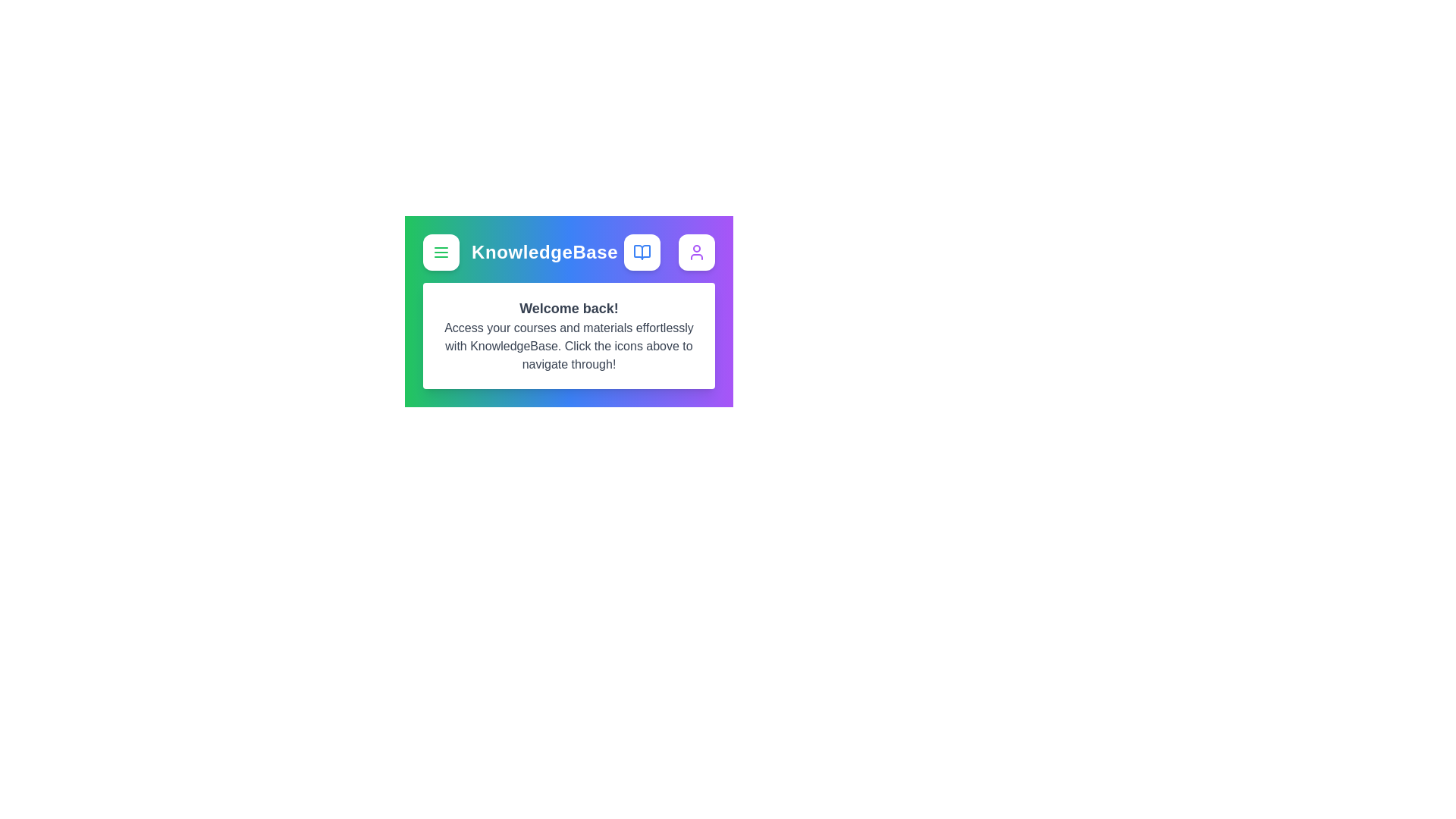 The height and width of the screenshot is (819, 1456). Describe the element at coordinates (642, 251) in the screenshot. I see `the book icon to navigate to the library or content page` at that location.